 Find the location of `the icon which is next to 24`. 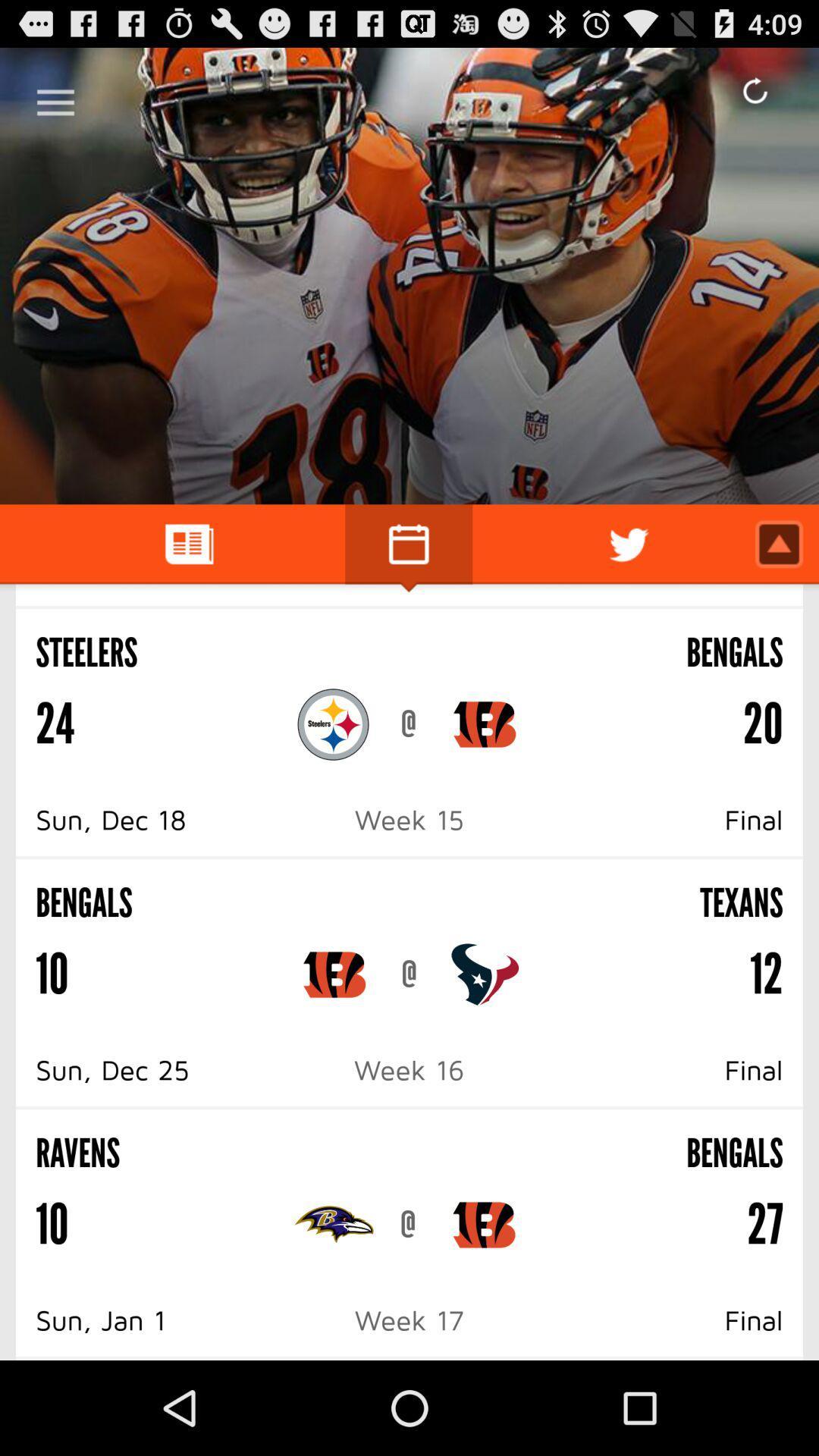

the icon which is next to 24 is located at coordinates (332, 723).